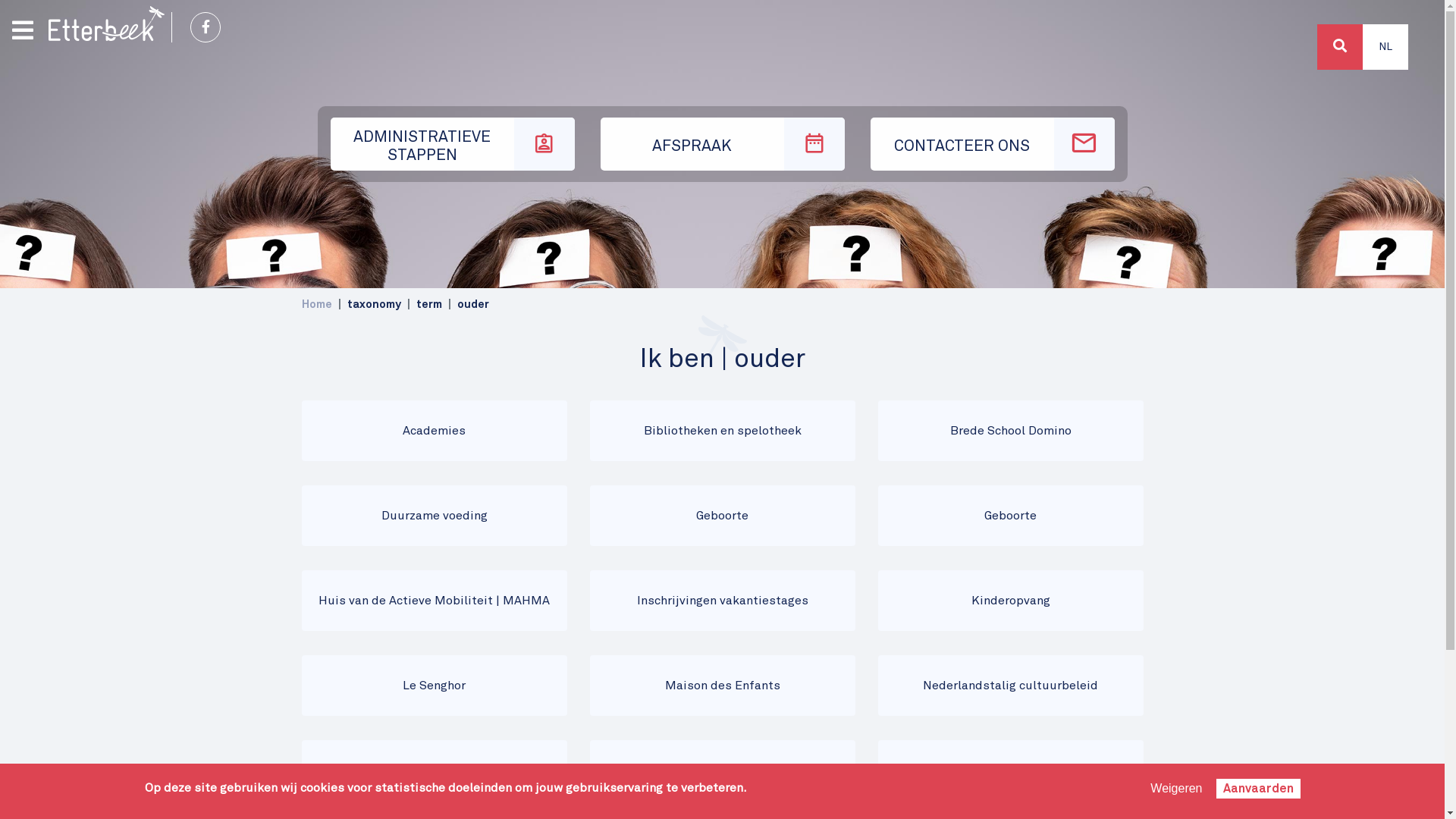  I want to click on 'Weigeren', so click(1175, 788).